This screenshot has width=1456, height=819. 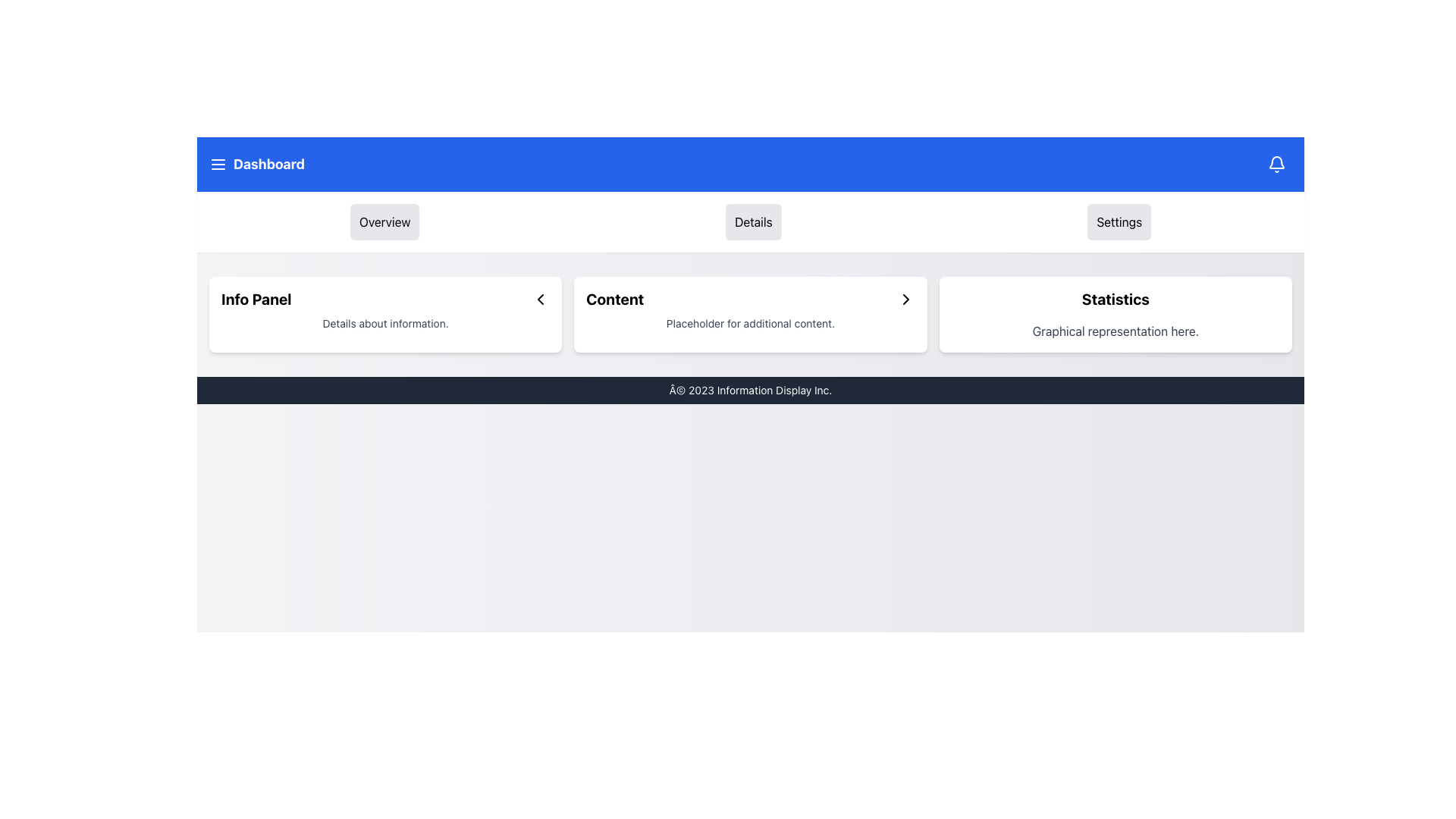 What do you see at coordinates (541, 299) in the screenshot?
I see `the SVG icon resembling a leftward pointing chevron located to the right of the 'Info Panel' header` at bounding box center [541, 299].